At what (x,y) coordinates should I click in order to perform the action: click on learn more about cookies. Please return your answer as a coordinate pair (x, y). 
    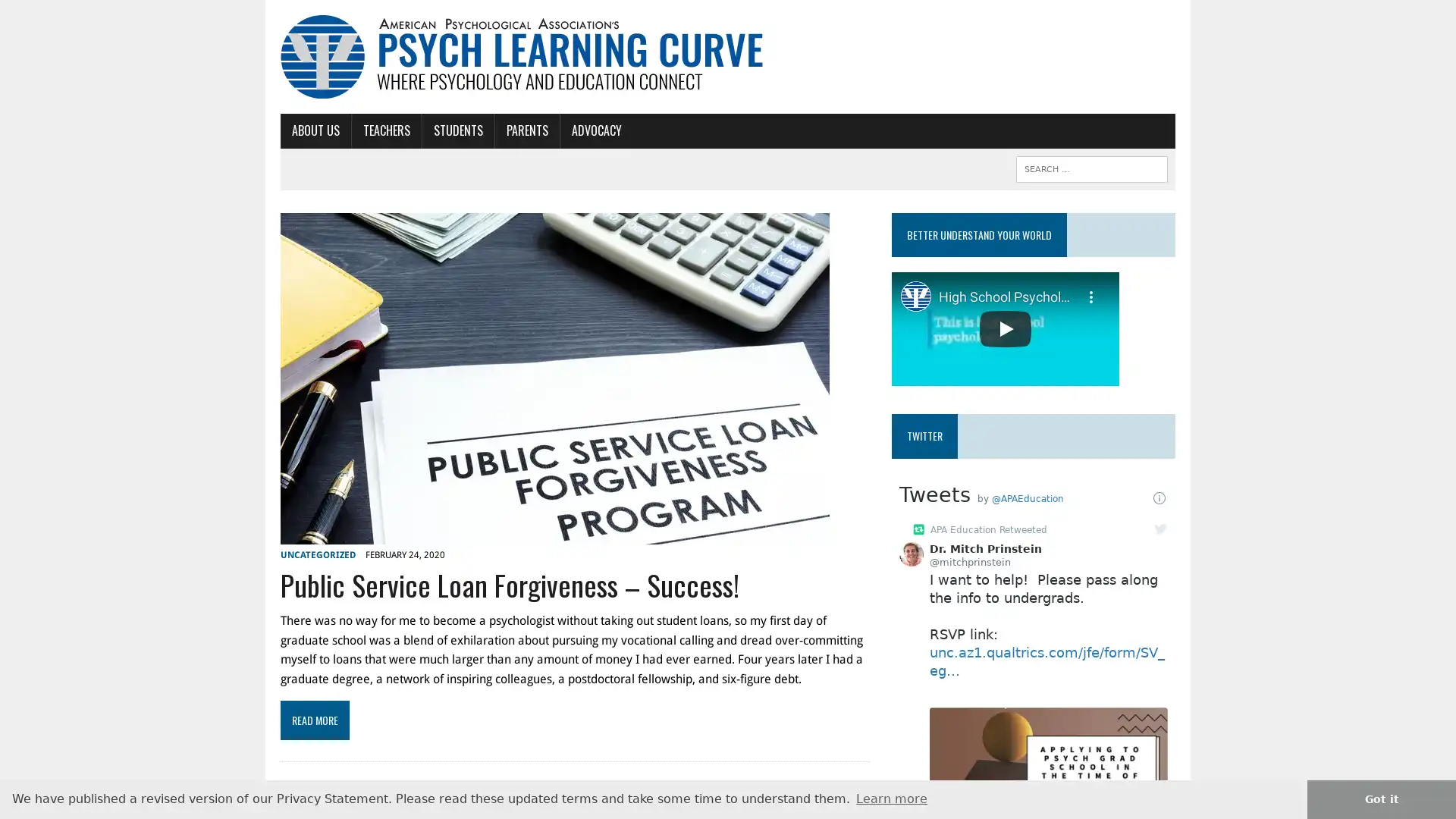
    Looking at the image, I should click on (892, 798).